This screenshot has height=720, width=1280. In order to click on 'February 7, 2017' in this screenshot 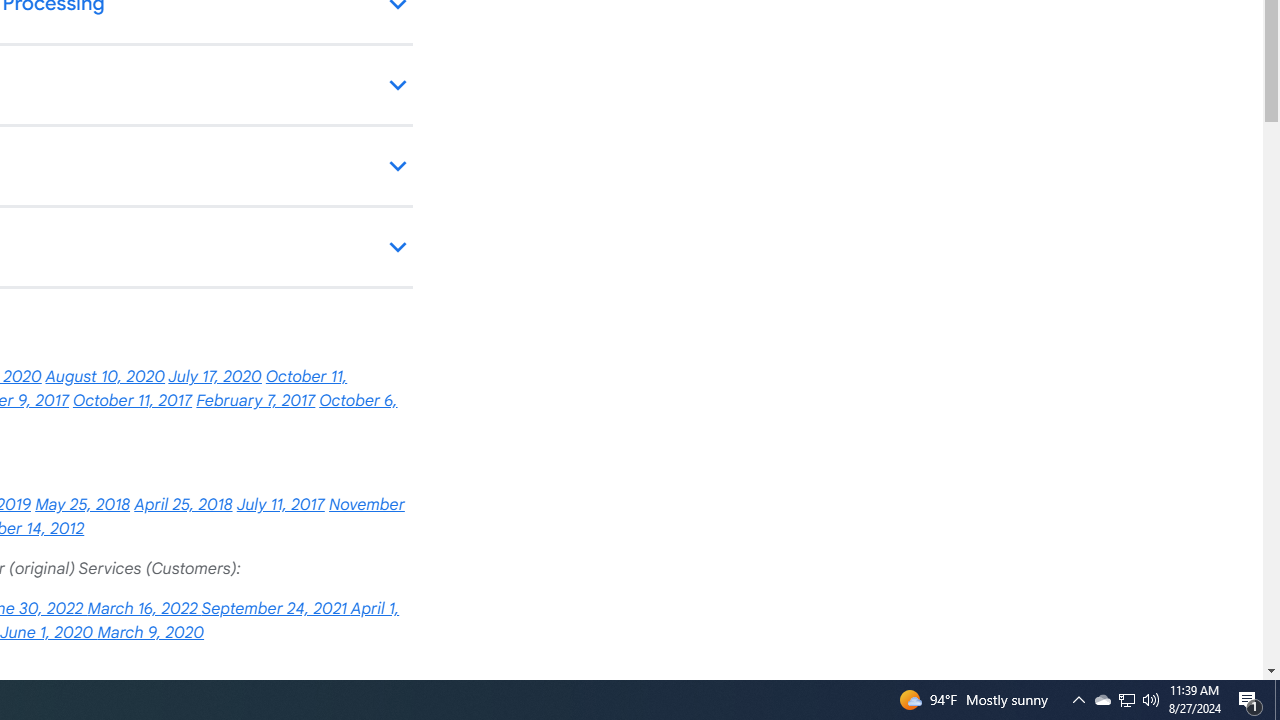, I will do `click(255, 401)`.